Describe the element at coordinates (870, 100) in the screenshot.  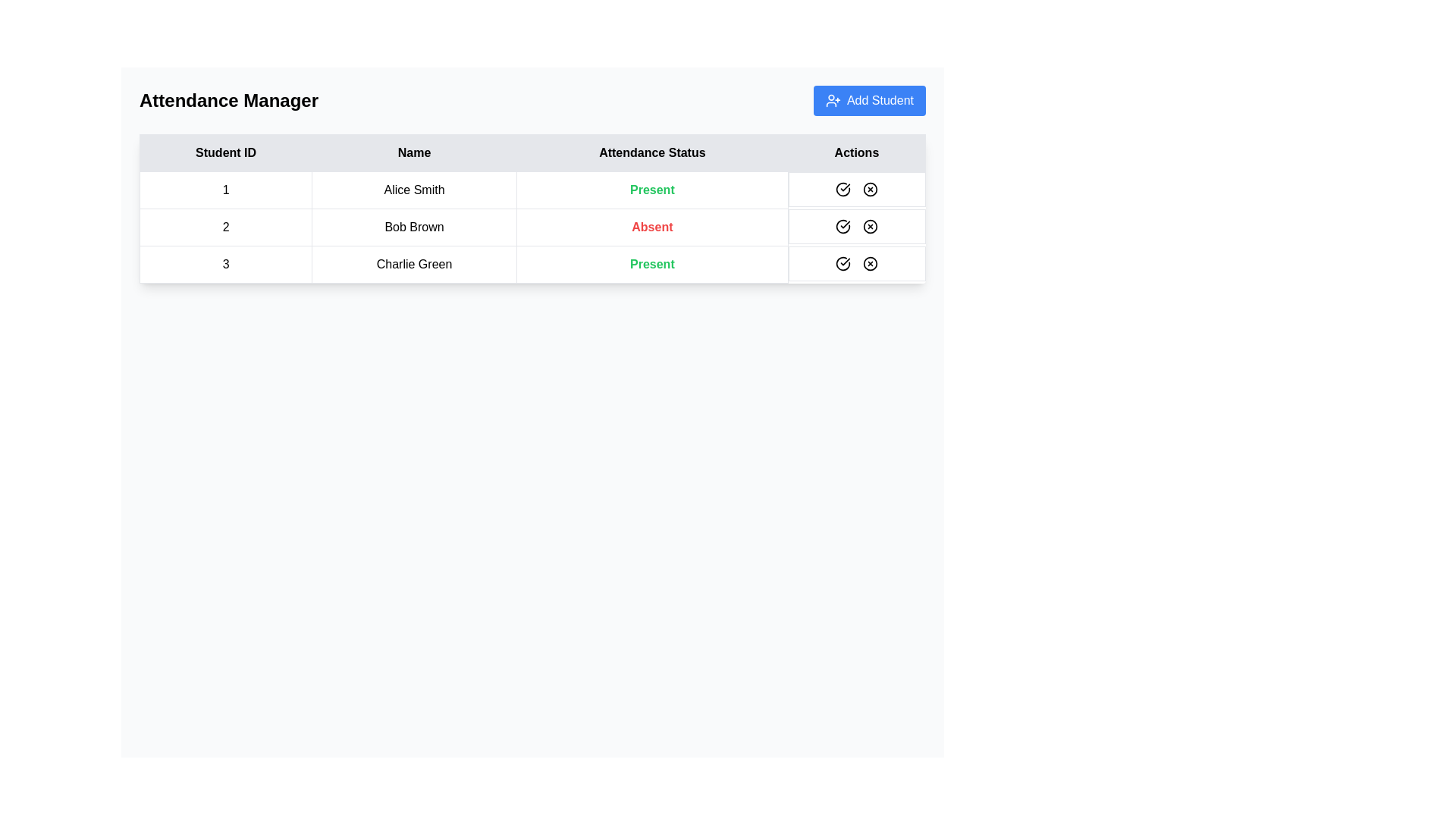
I see `the 'Add Student' button with a blue background and white text, located at the top-right corner of the interface` at that location.